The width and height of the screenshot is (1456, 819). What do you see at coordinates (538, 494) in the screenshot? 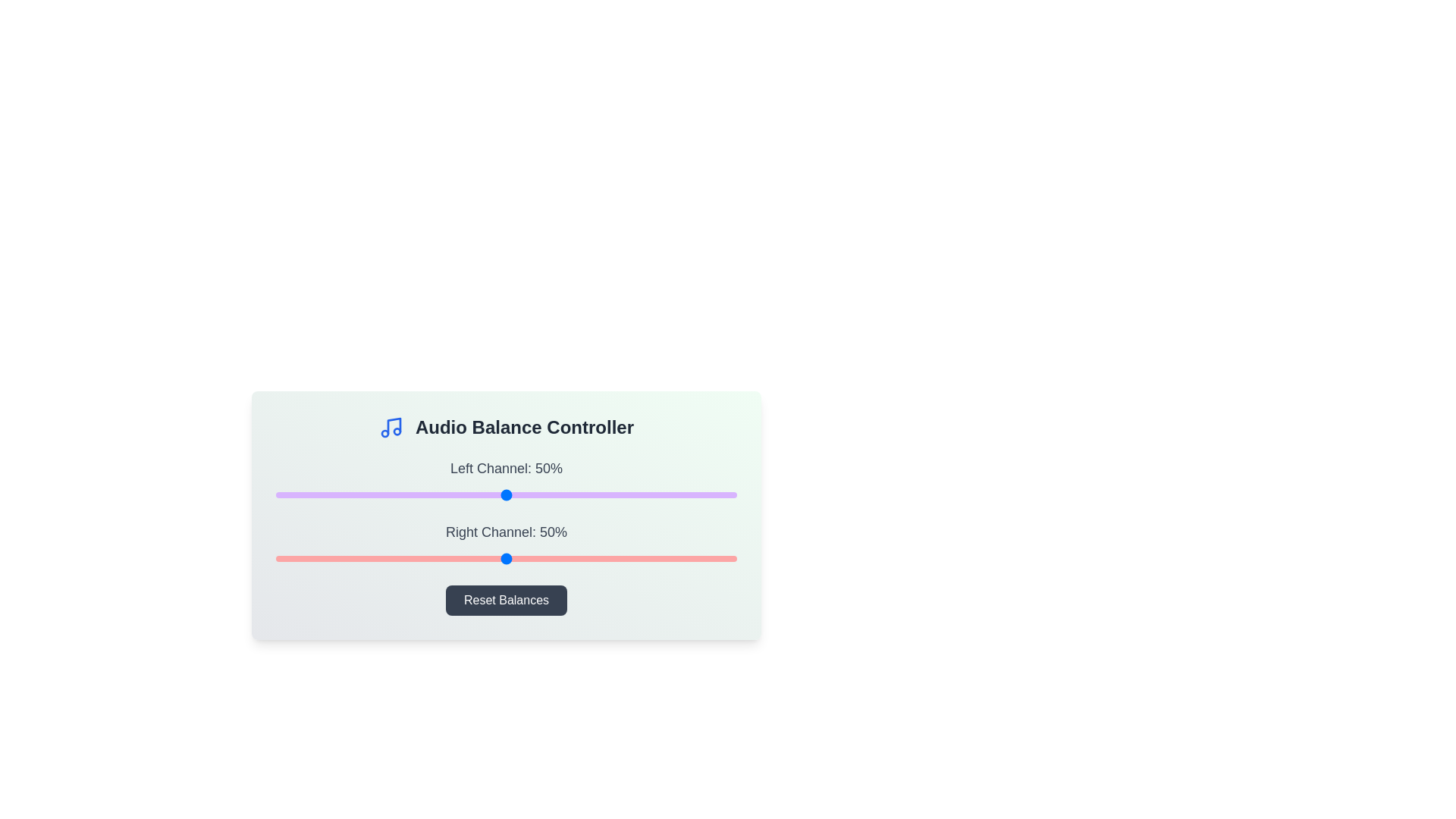
I see `the left audio channel balance to 57% using the slider` at bounding box center [538, 494].